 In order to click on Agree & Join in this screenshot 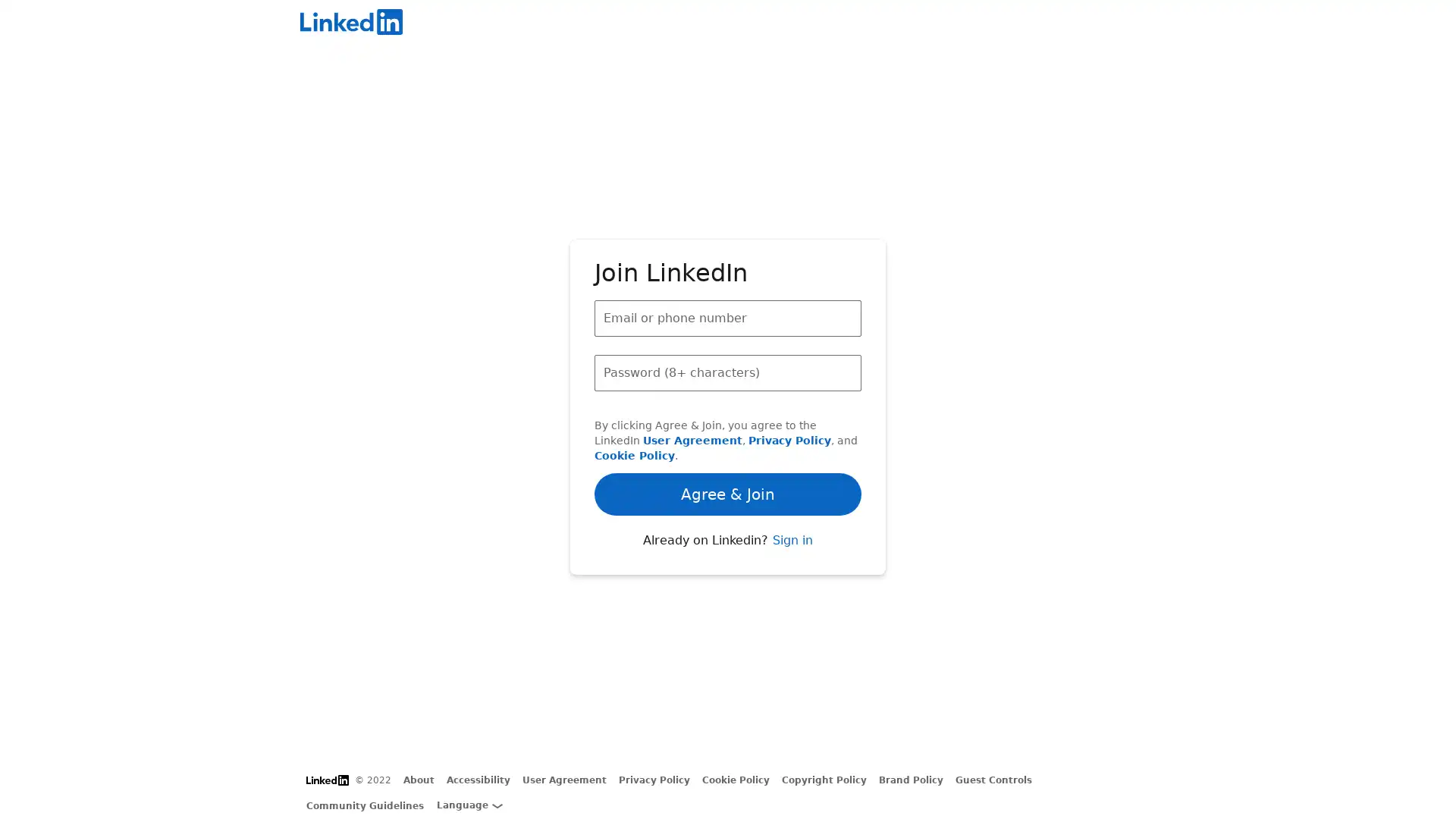, I will do `click(728, 450)`.